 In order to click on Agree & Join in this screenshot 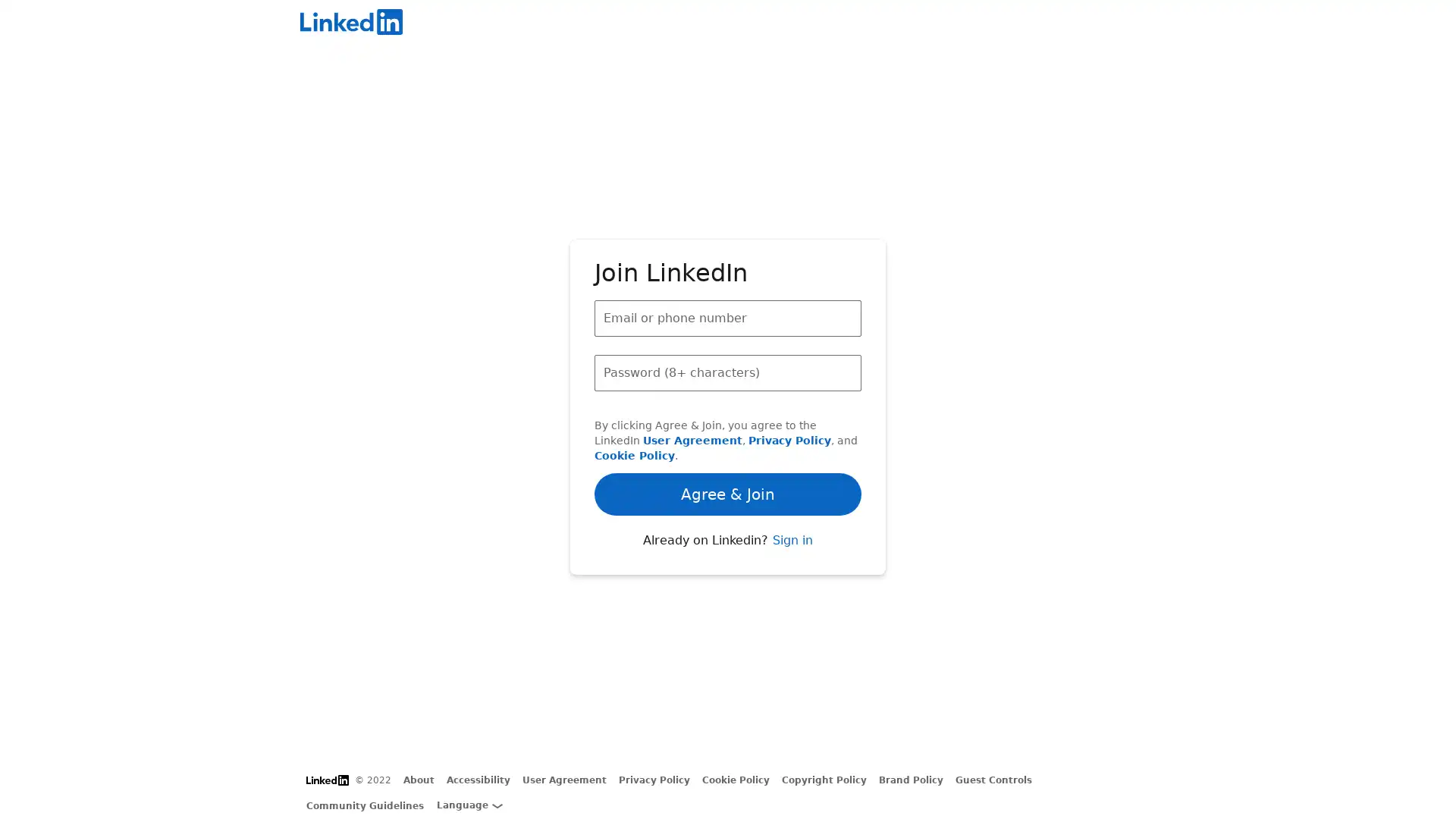, I will do `click(728, 450)`.